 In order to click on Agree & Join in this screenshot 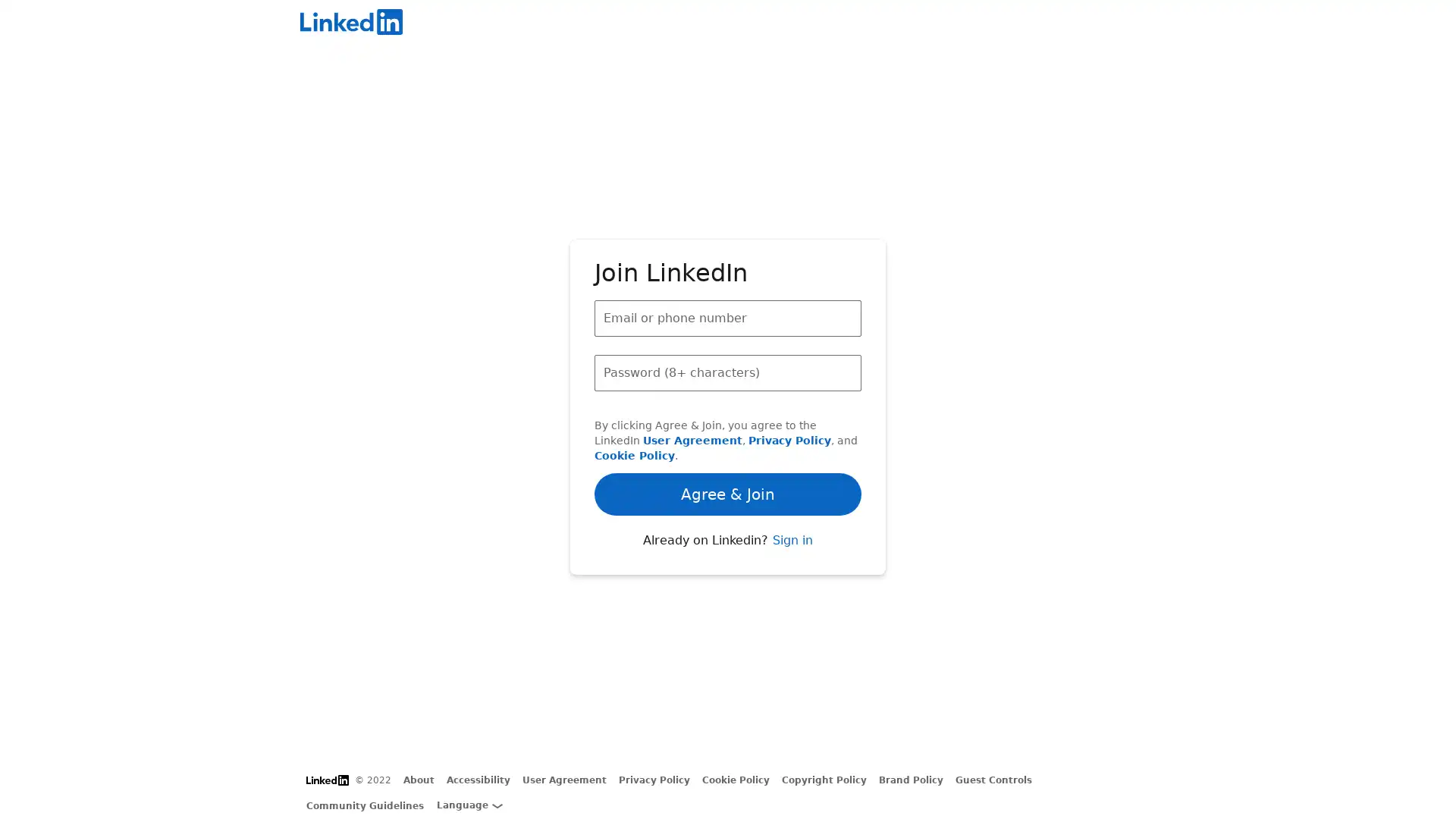, I will do `click(728, 450)`.